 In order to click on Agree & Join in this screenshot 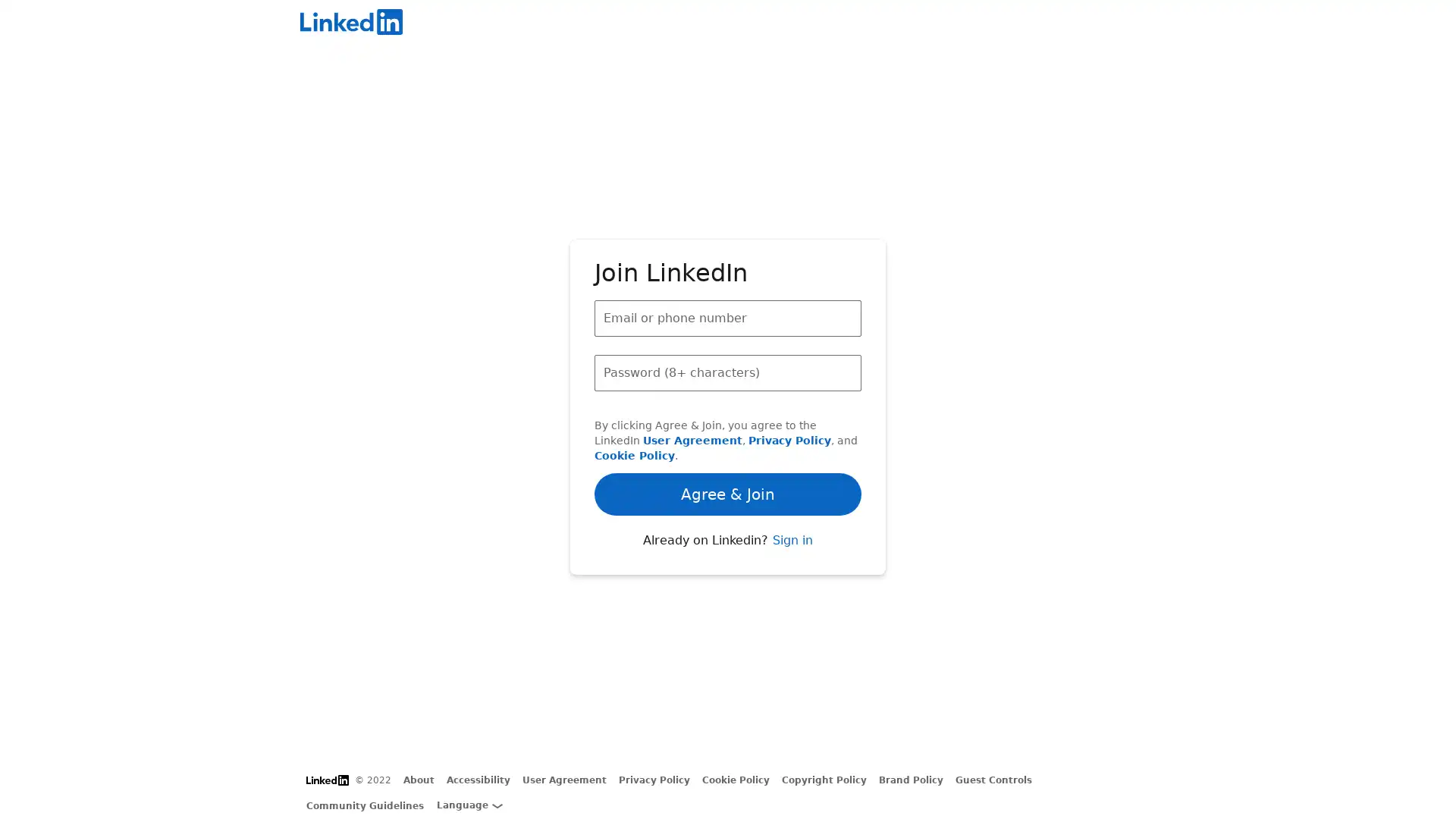, I will do `click(728, 450)`.